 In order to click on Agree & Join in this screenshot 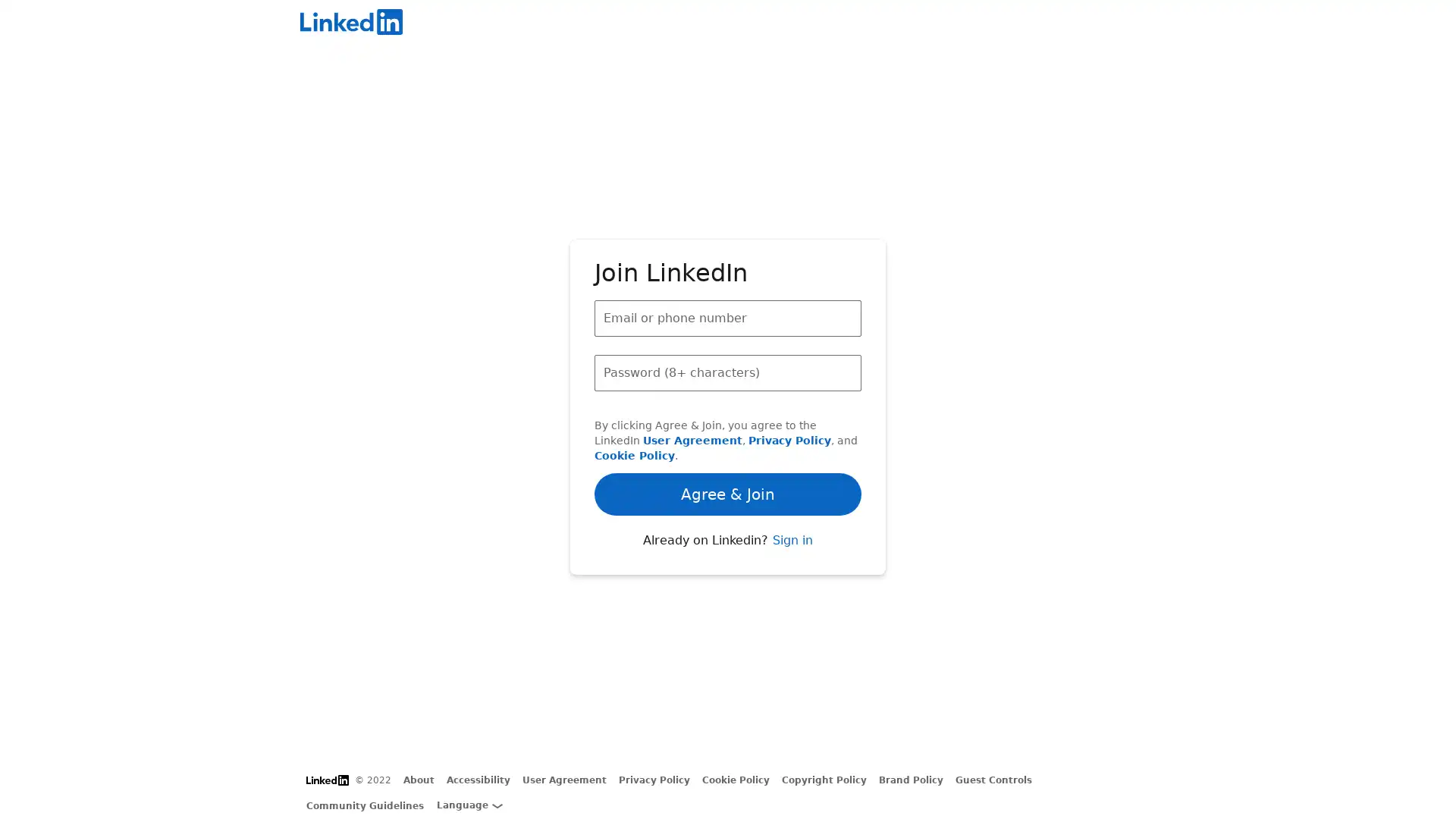, I will do `click(728, 450)`.